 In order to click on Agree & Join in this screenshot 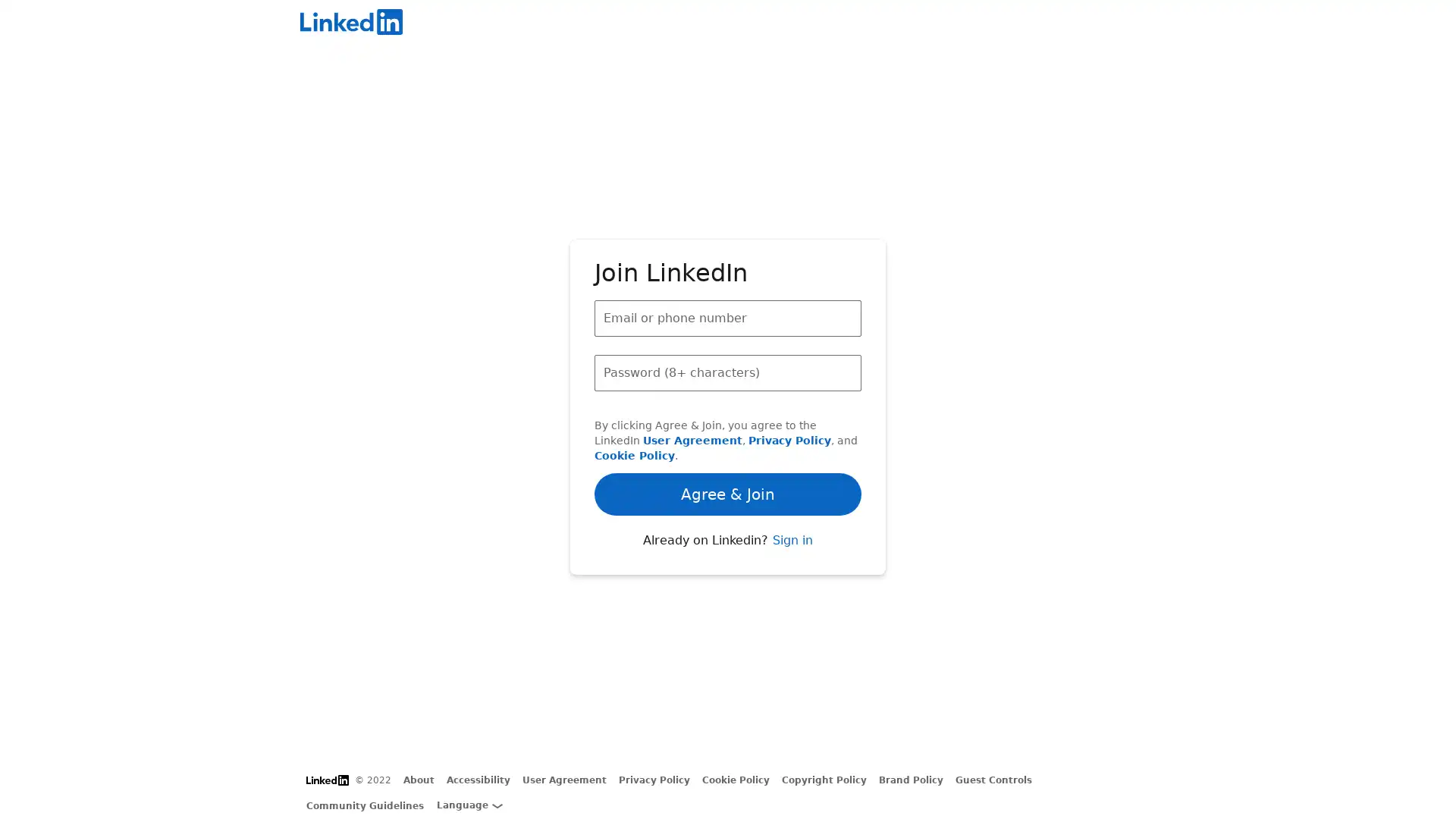, I will do `click(728, 450)`.